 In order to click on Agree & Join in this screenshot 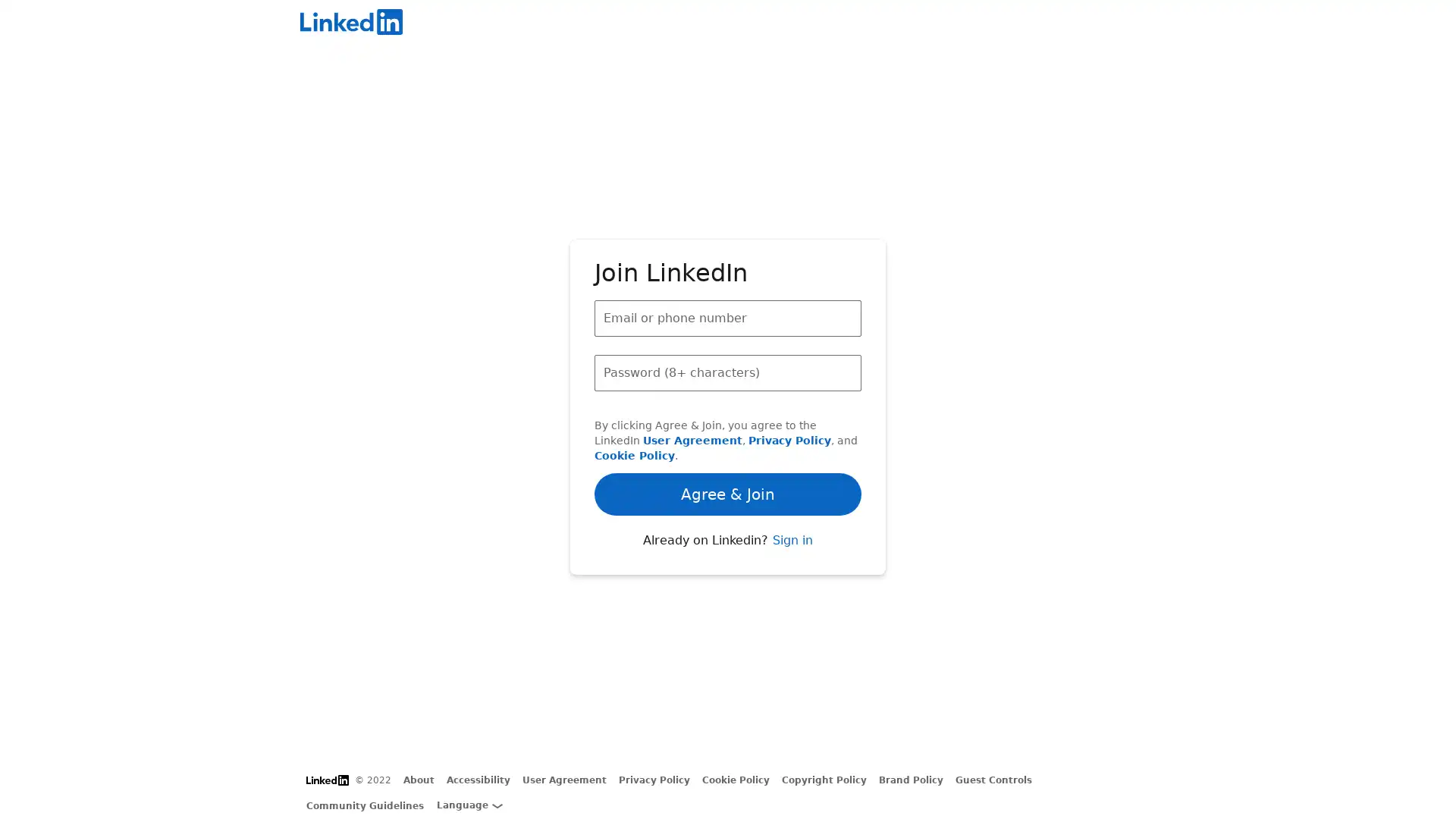, I will do `click(728, 450)`.